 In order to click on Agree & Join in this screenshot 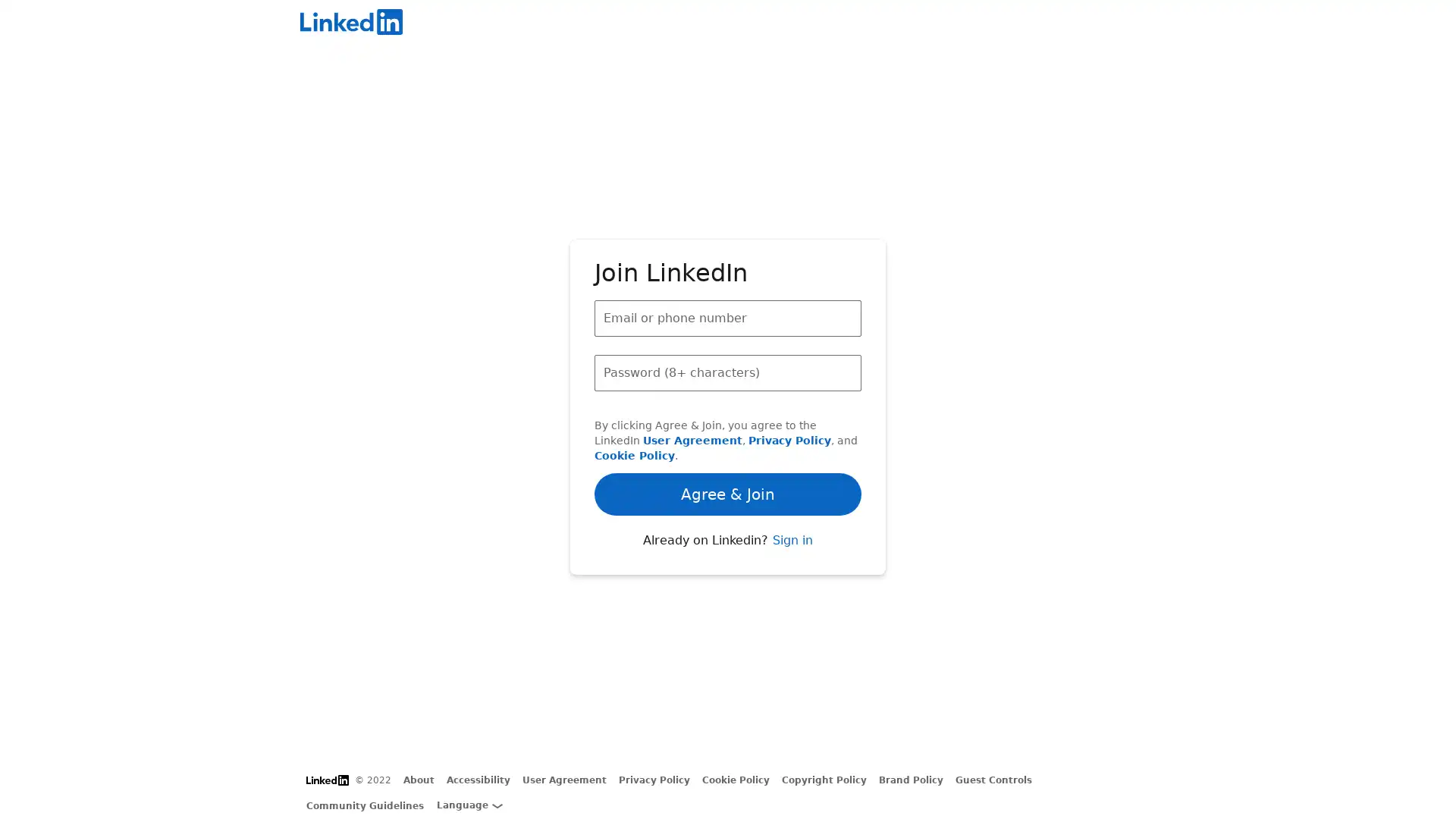, I will do `click(728, 450)`.